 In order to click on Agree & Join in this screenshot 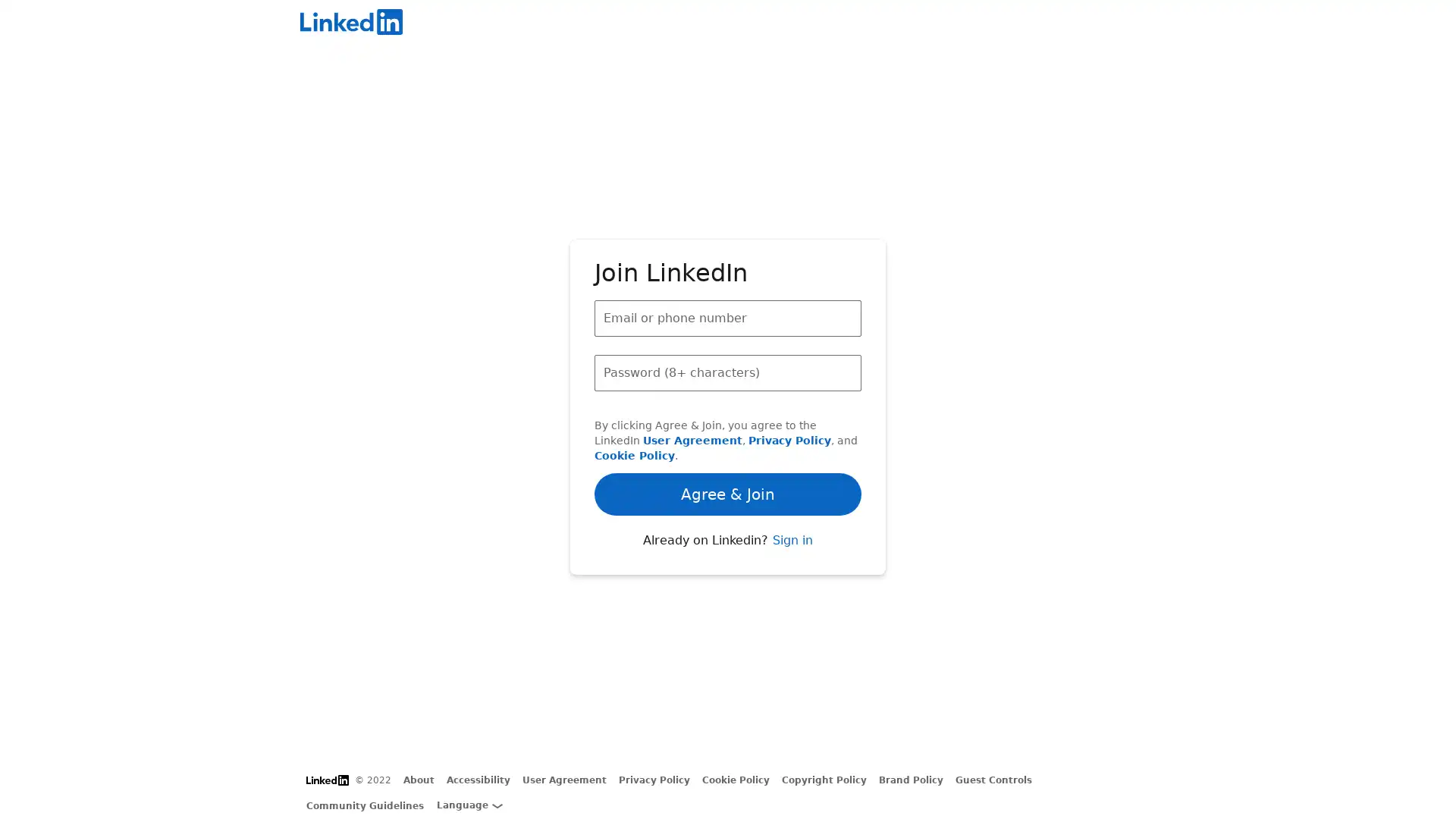, I will do `click(728, 450)`.